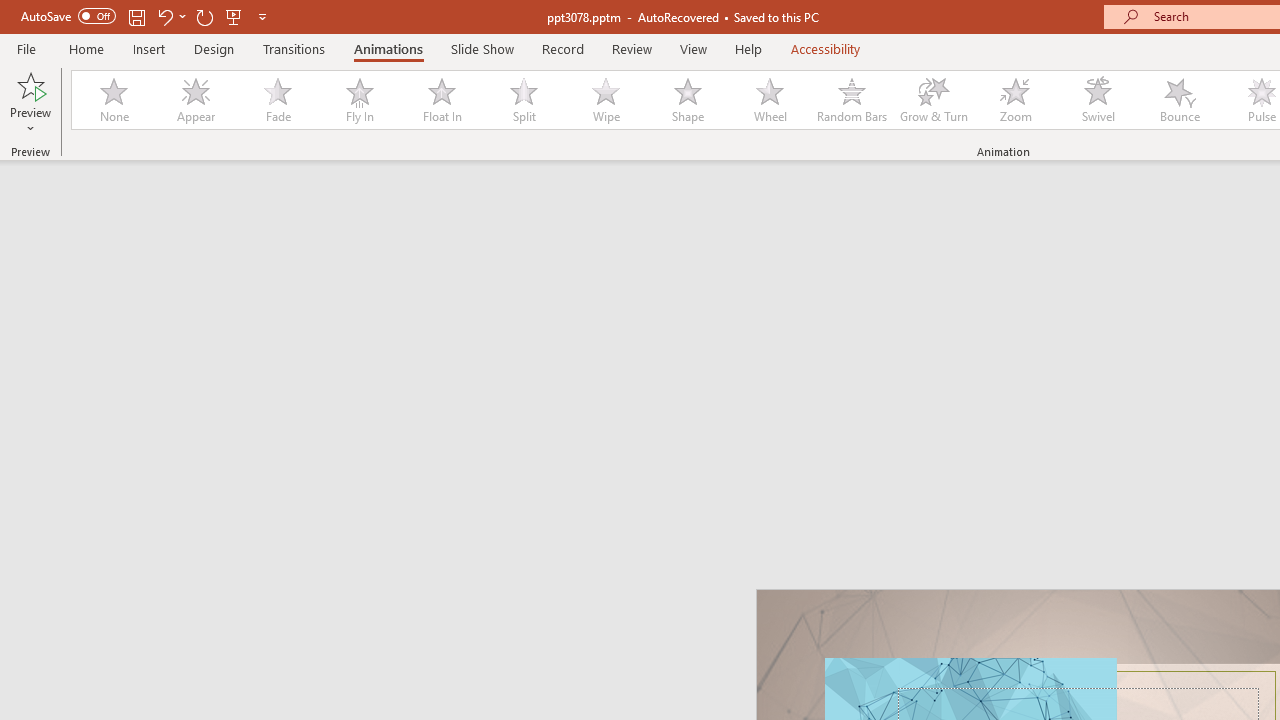 The height and width of the screenshot is (720, 1280). What do you see at coordinates (769, 100) in the screenshot?
I see `'Wheel'` at bounding box center [769, 100].